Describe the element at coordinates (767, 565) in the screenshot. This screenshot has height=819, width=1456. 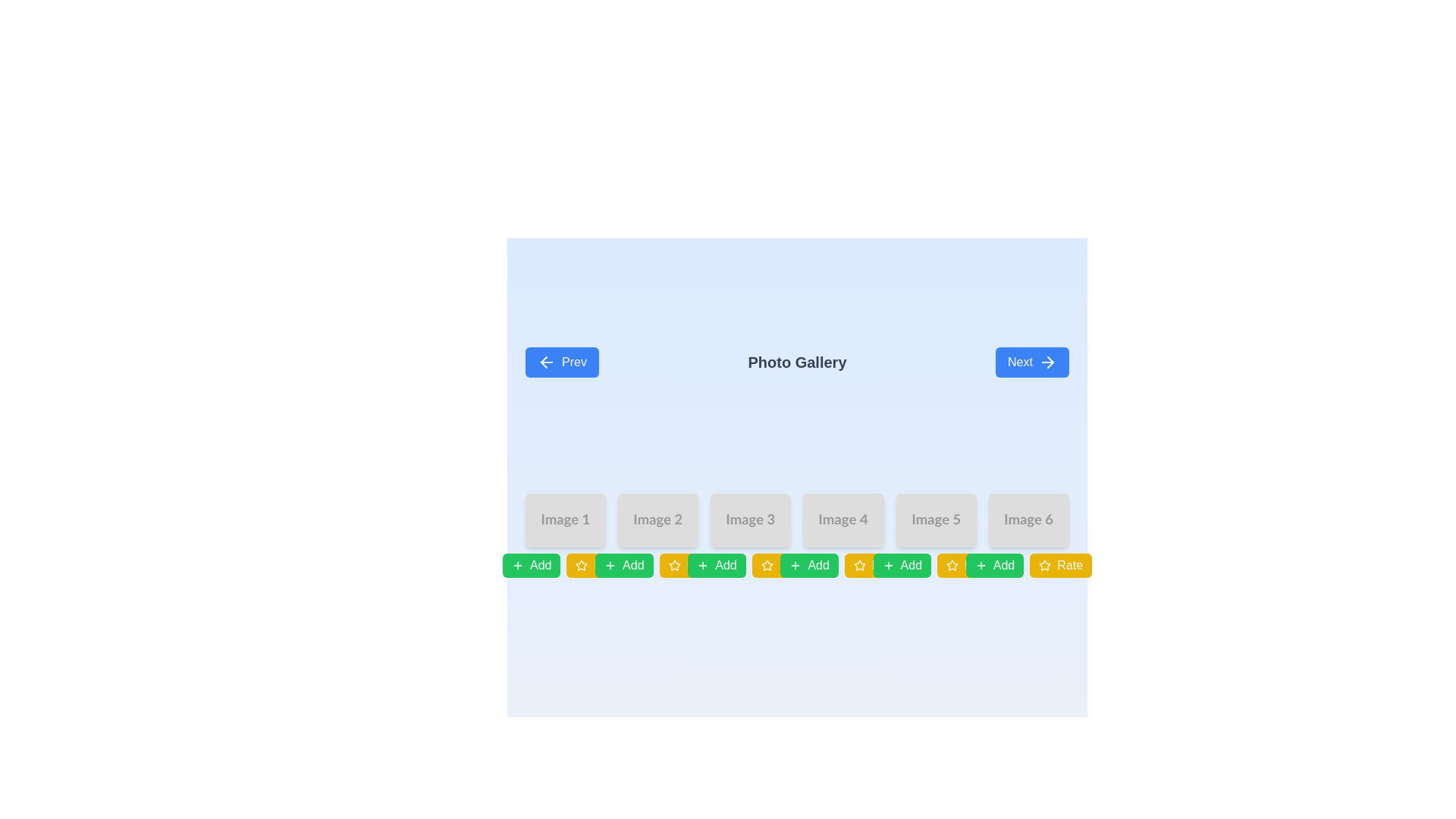
I see `the star icon located to the left of the text 'Rate' within the yellow rectangular button at the bottom-right corner of the interface to interact with the rating functionality` at that location.